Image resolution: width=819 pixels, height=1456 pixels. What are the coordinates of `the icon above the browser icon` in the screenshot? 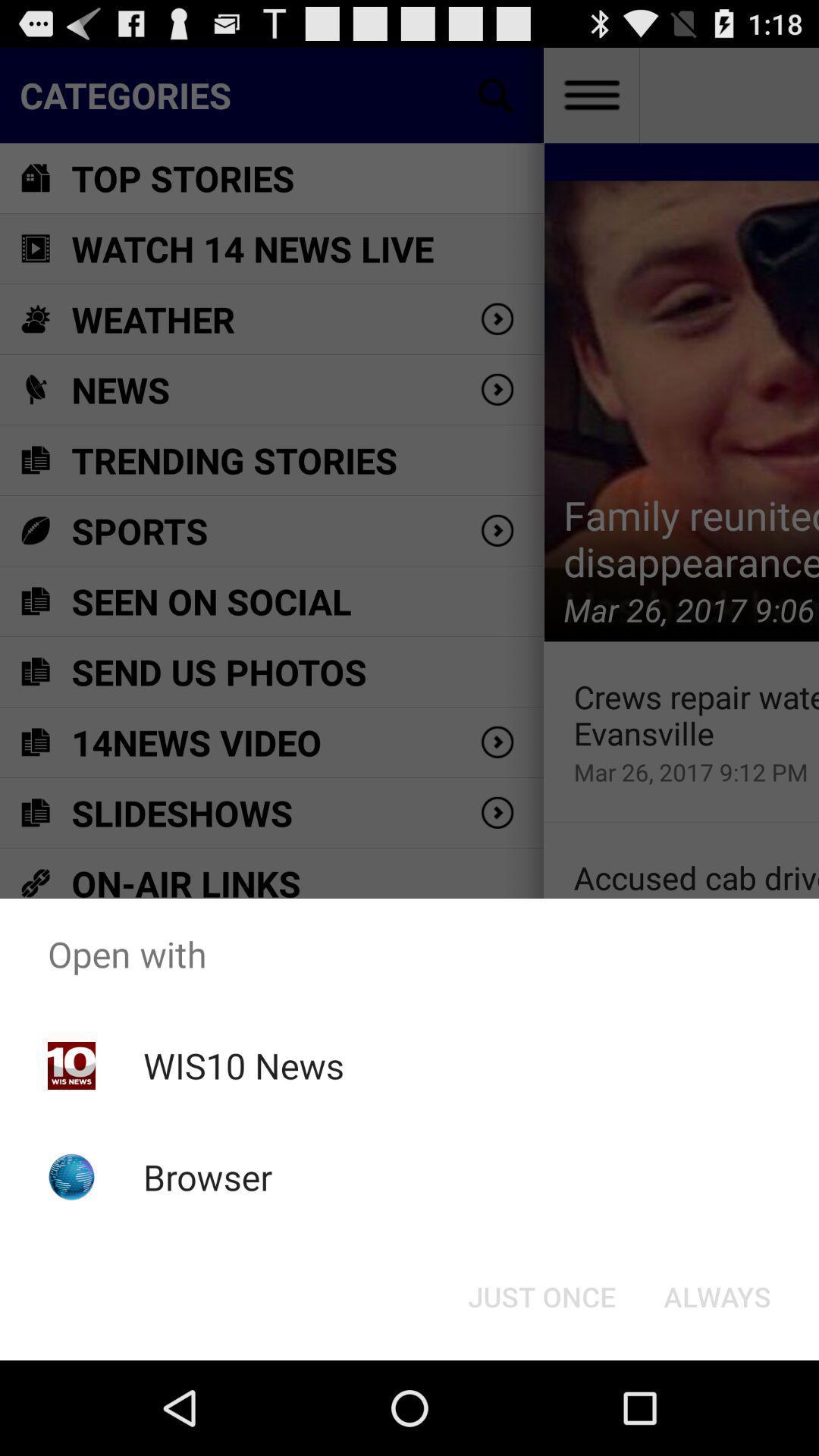 It's located at (243, 1065).